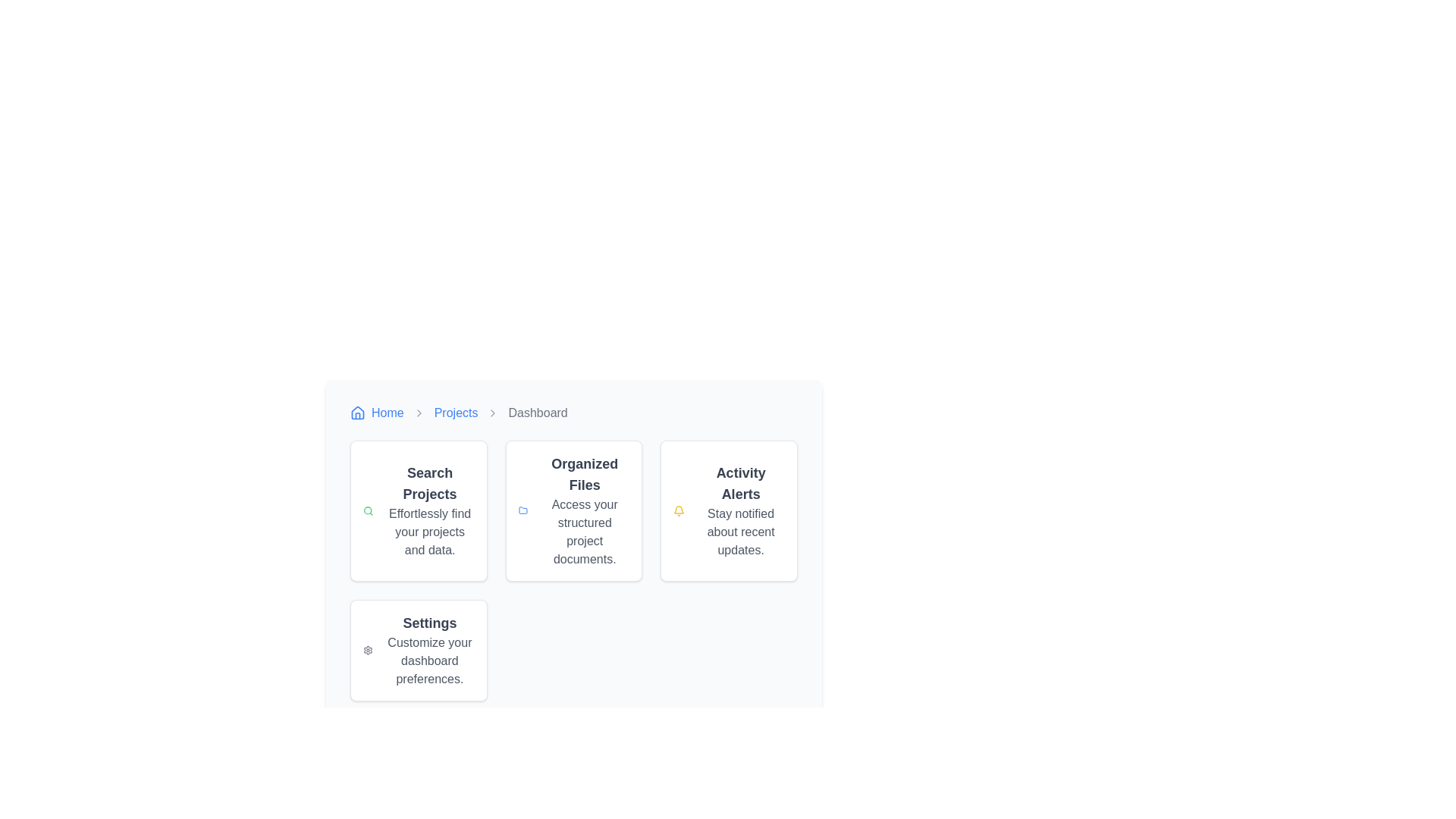  I want to click on the 'Search Projects' text block, which features a bold header and a subtitle, so click(429, 511).